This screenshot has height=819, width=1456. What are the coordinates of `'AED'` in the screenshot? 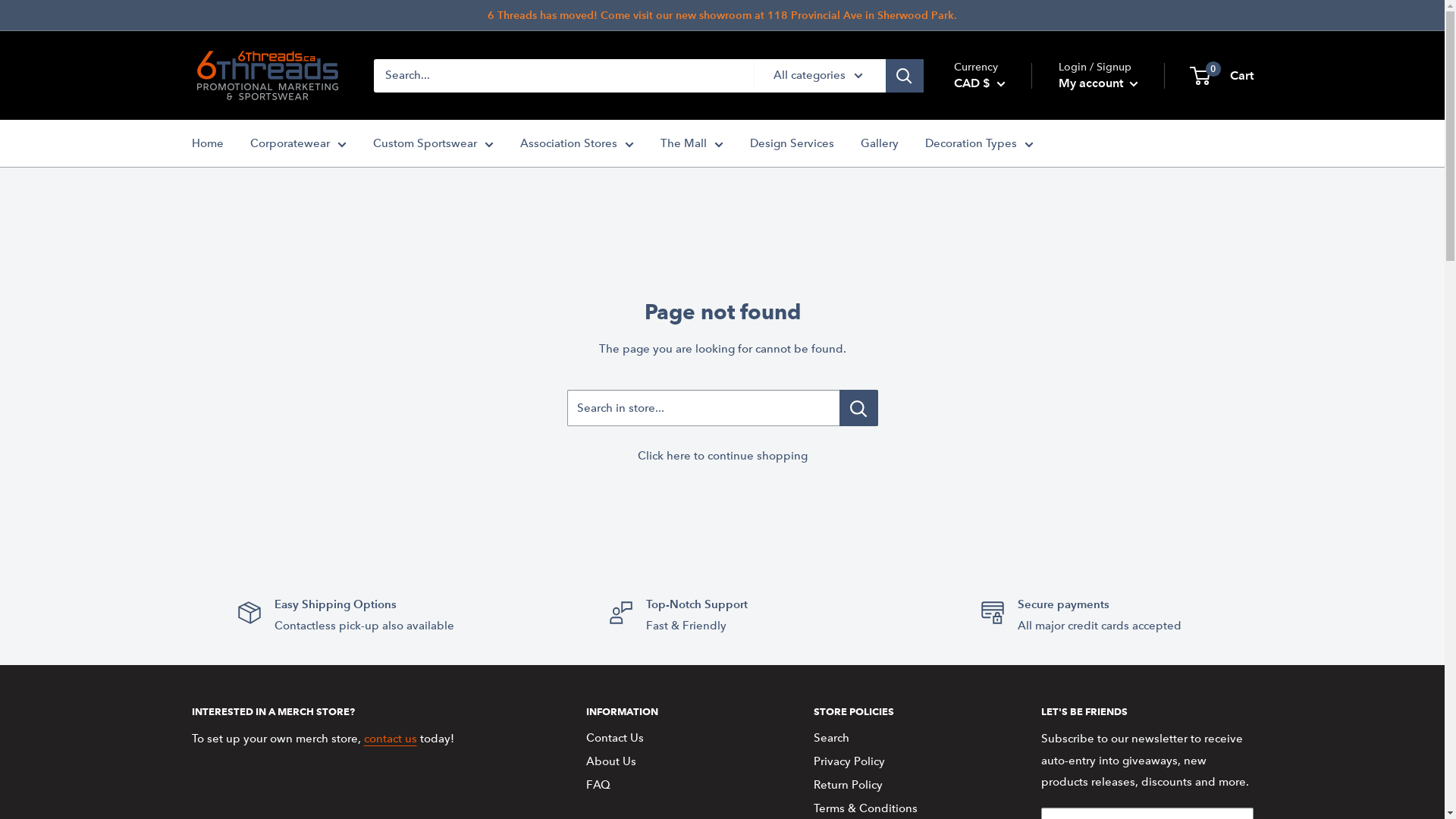 It's located at (1002, 250).